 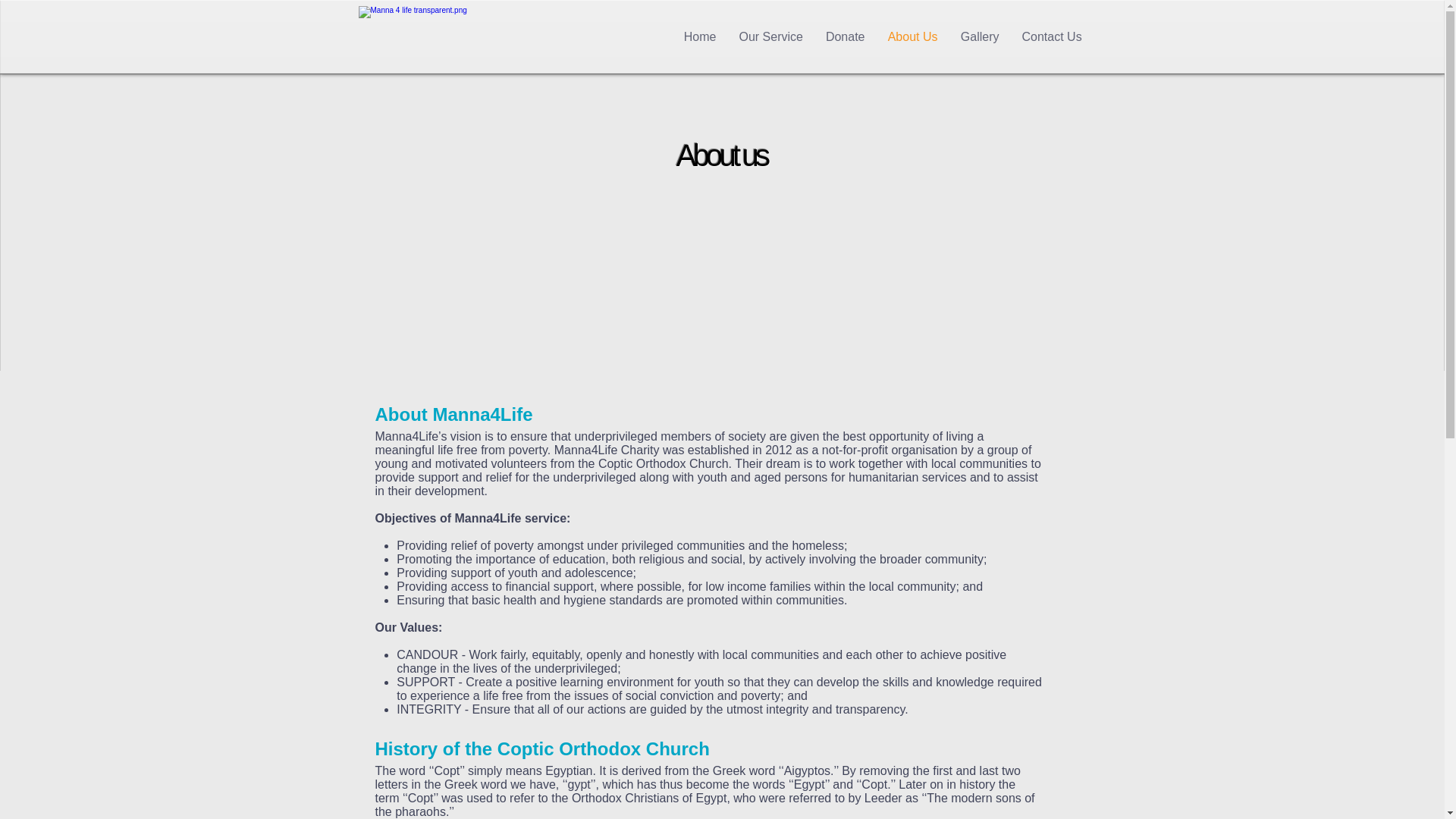 I want to click on 'Contact Us', so click(x=1050, y=36).